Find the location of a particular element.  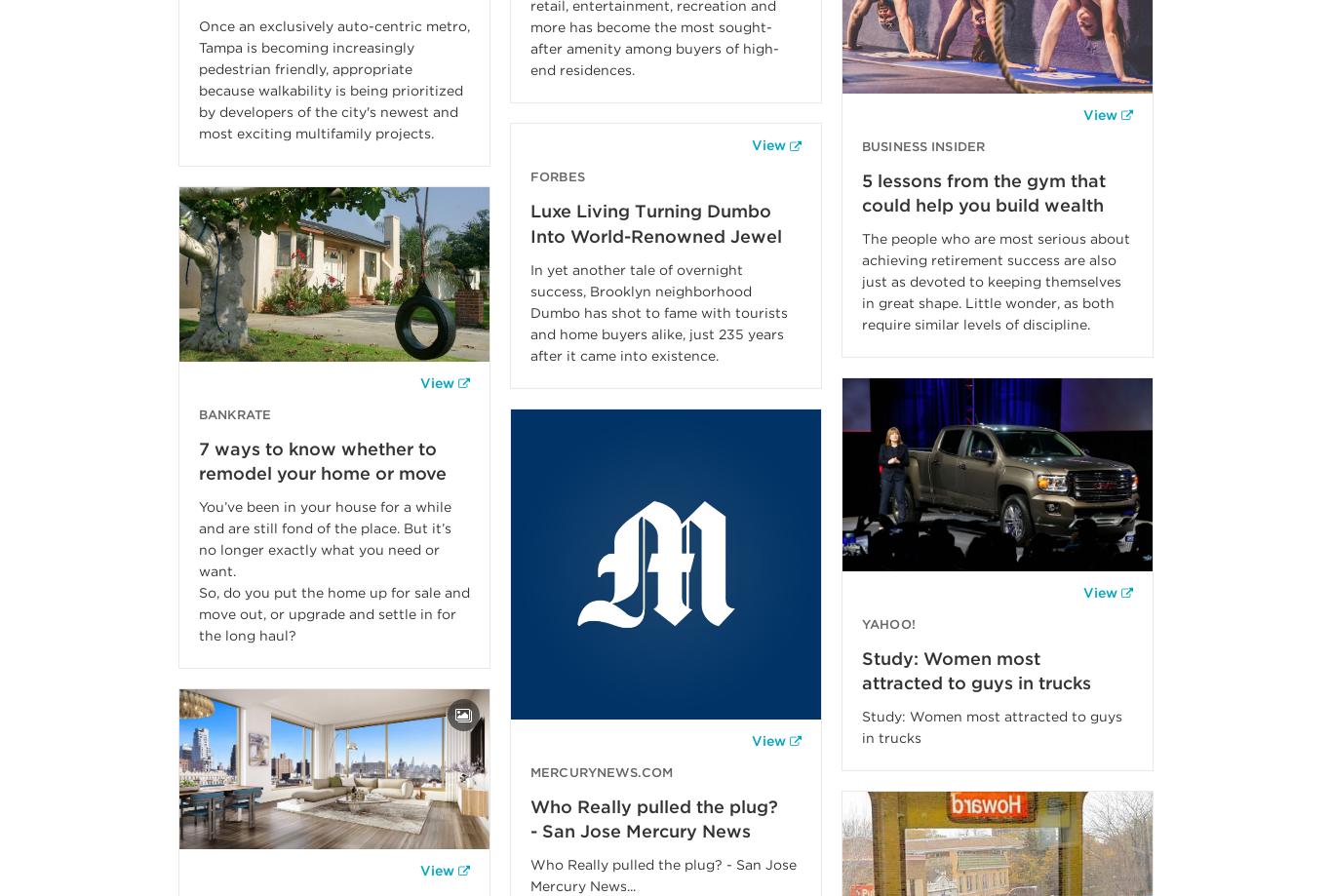

'Who Really pulled the plug? - San Jose Mercury News' is located at coordinates (652, 816).